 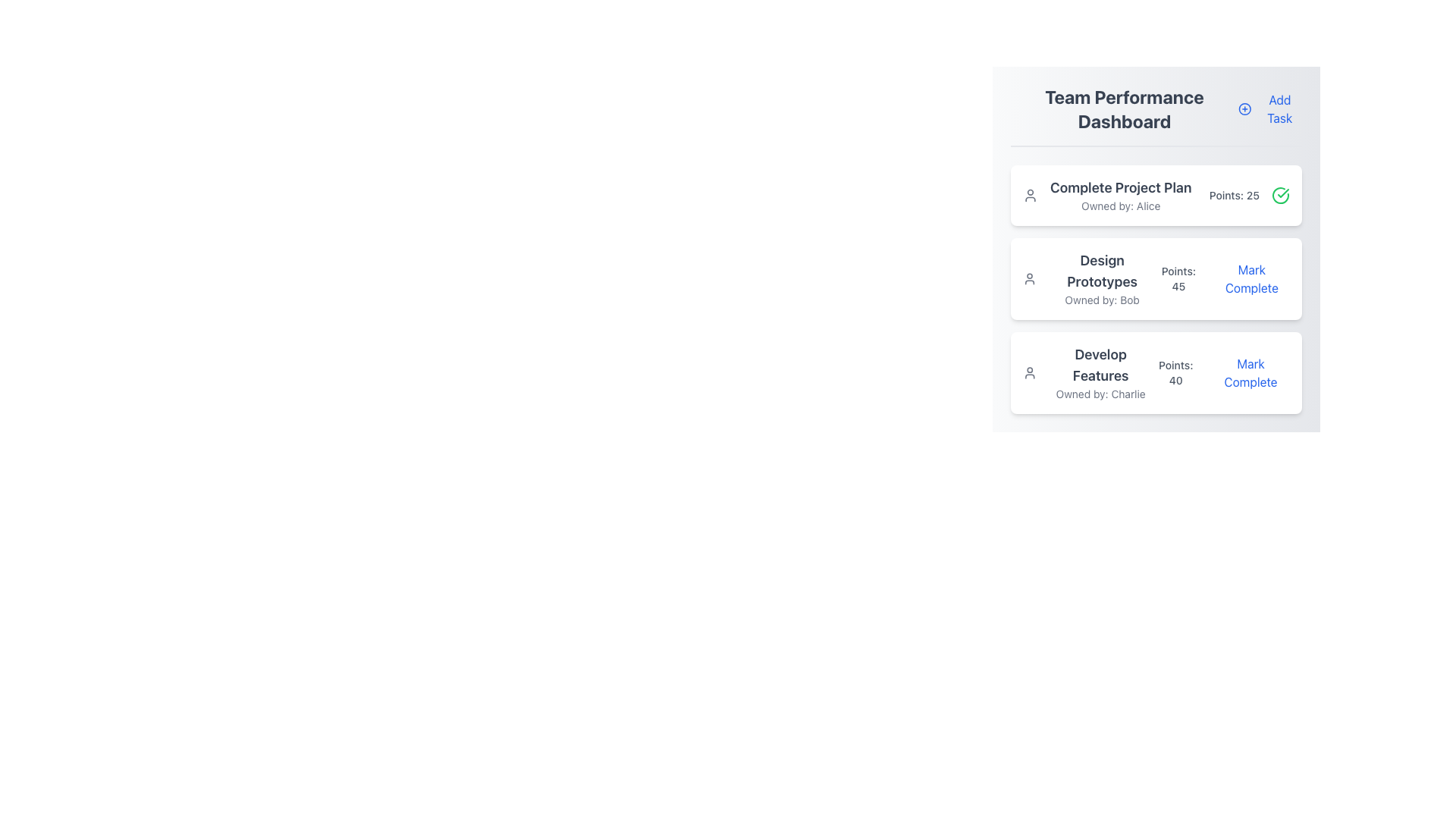 What do you see at coordinates (1250, 373) in the screenshot?
I see `the button to mark the task 'Develop Features' as complete, located to the right of the 'Points: 40' text` at bounding box center [1250, 373].